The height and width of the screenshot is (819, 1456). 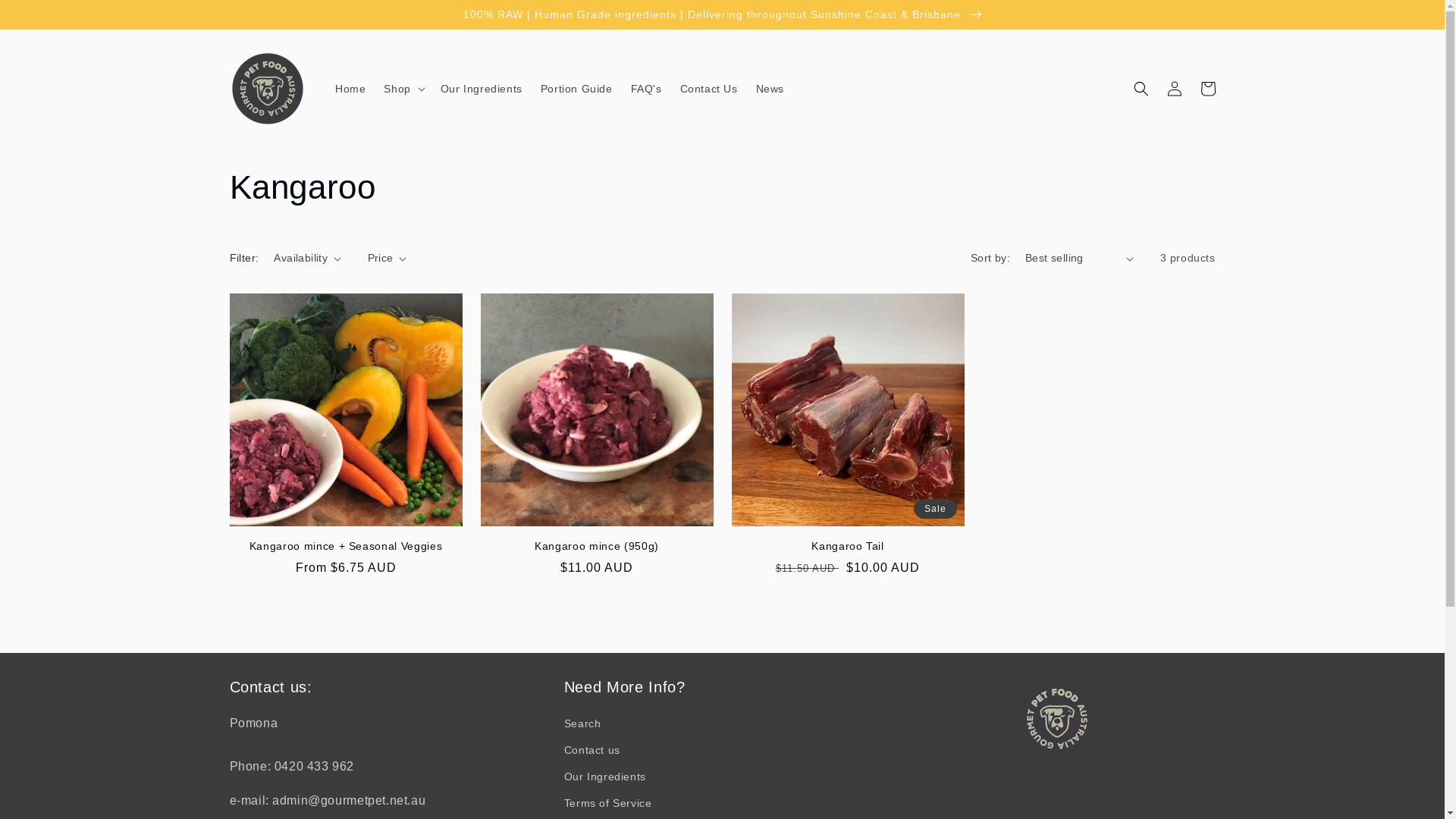 What do you see at coordinates (596, 546) in the screenshot?
I see `'Kangaroo mince (950g)'` at bounding box center [596, 546].